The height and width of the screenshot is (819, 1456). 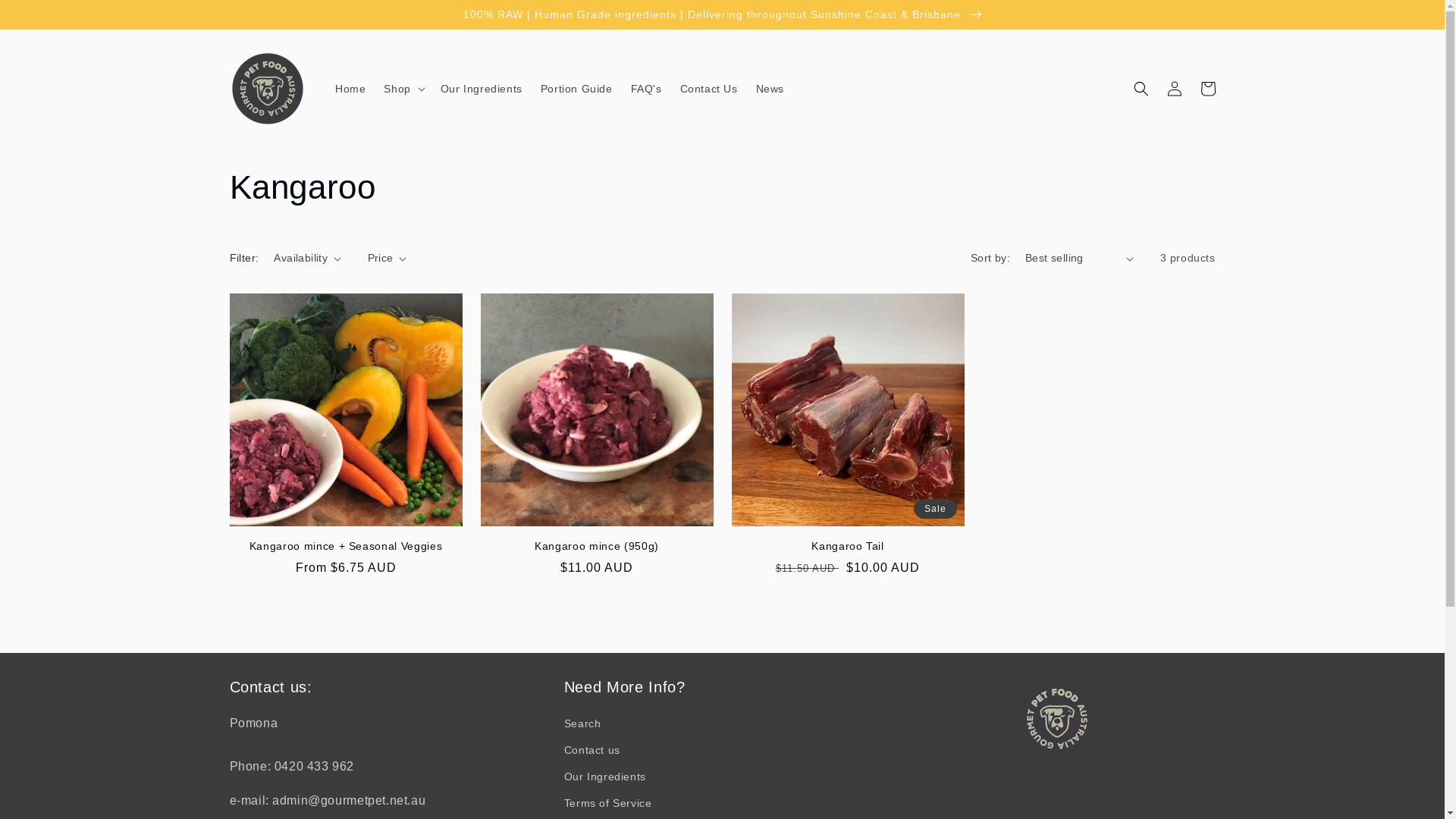 What do you see at coordinates (596, 546) in the screenshot?
I see `'Kangaroo mince (950g)'` at bounding box center [596, 546].